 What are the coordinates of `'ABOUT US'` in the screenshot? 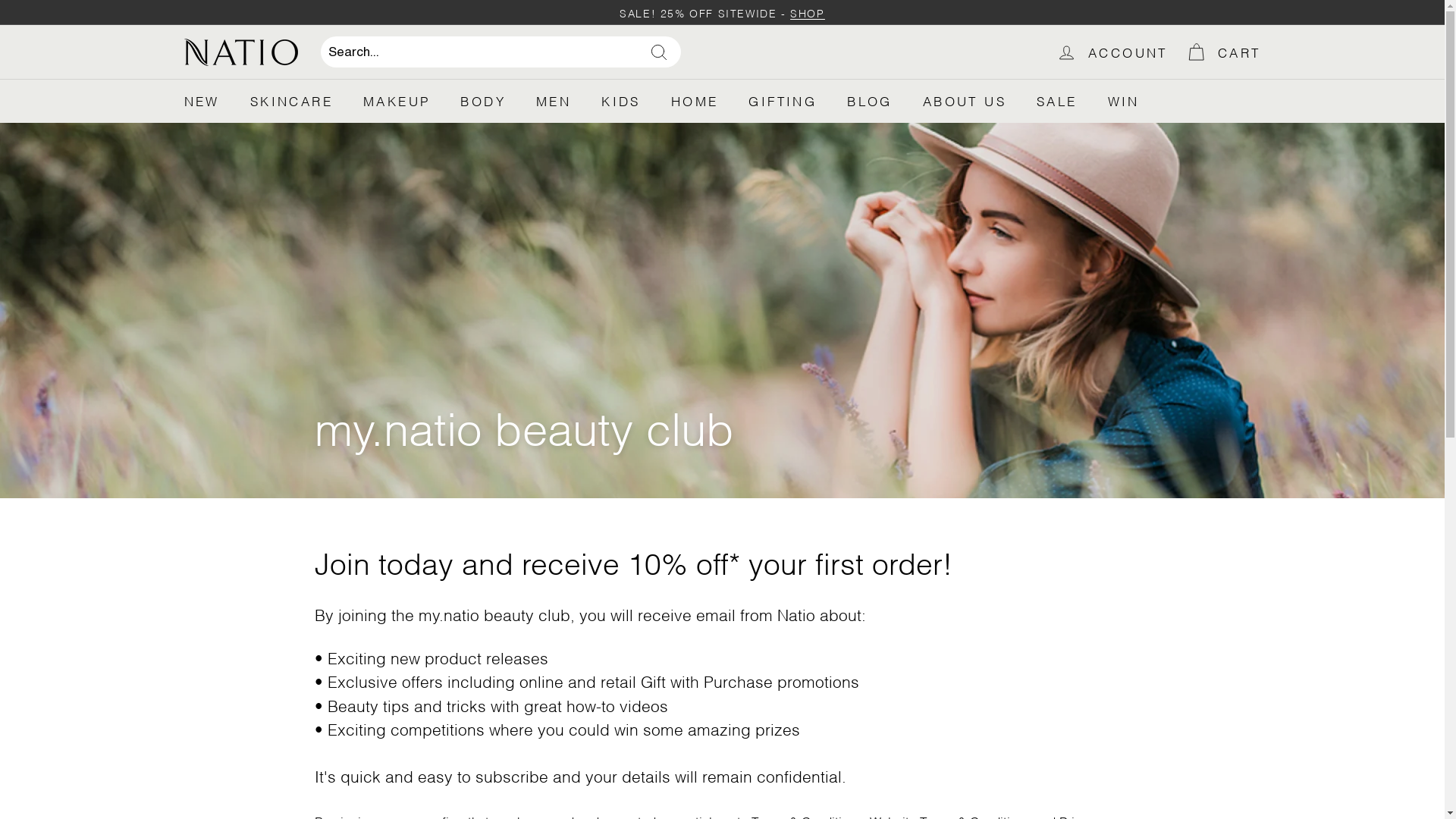 It's located at (907, 100).